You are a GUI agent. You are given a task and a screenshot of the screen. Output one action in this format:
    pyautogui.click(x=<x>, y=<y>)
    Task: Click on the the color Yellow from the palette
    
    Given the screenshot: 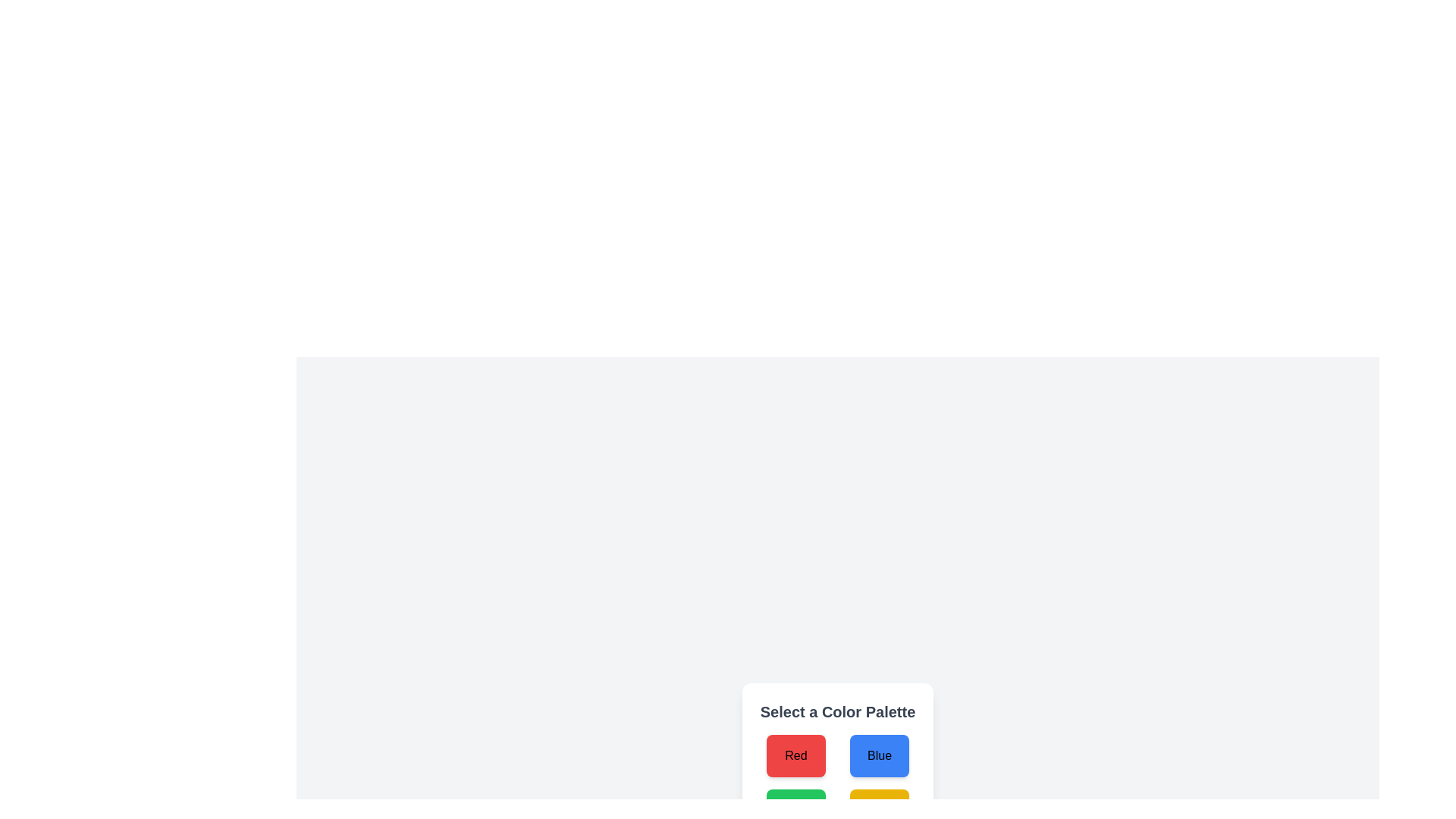 What is the action you would take?
    pyautogui.click(x=880, y=809)
    